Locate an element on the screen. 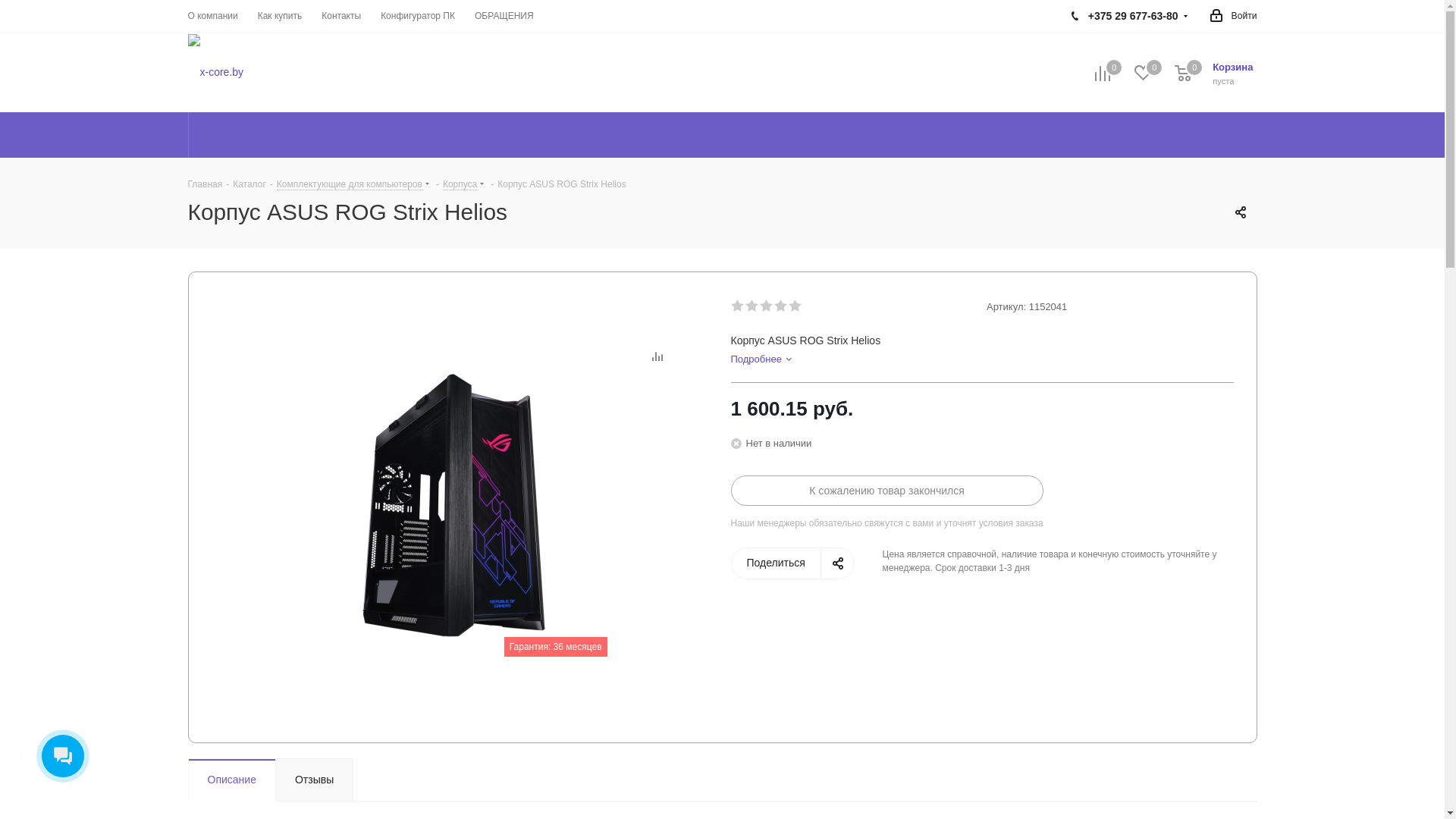 The image size is (1456, 819). '1' is located at coordinates (738, 306).